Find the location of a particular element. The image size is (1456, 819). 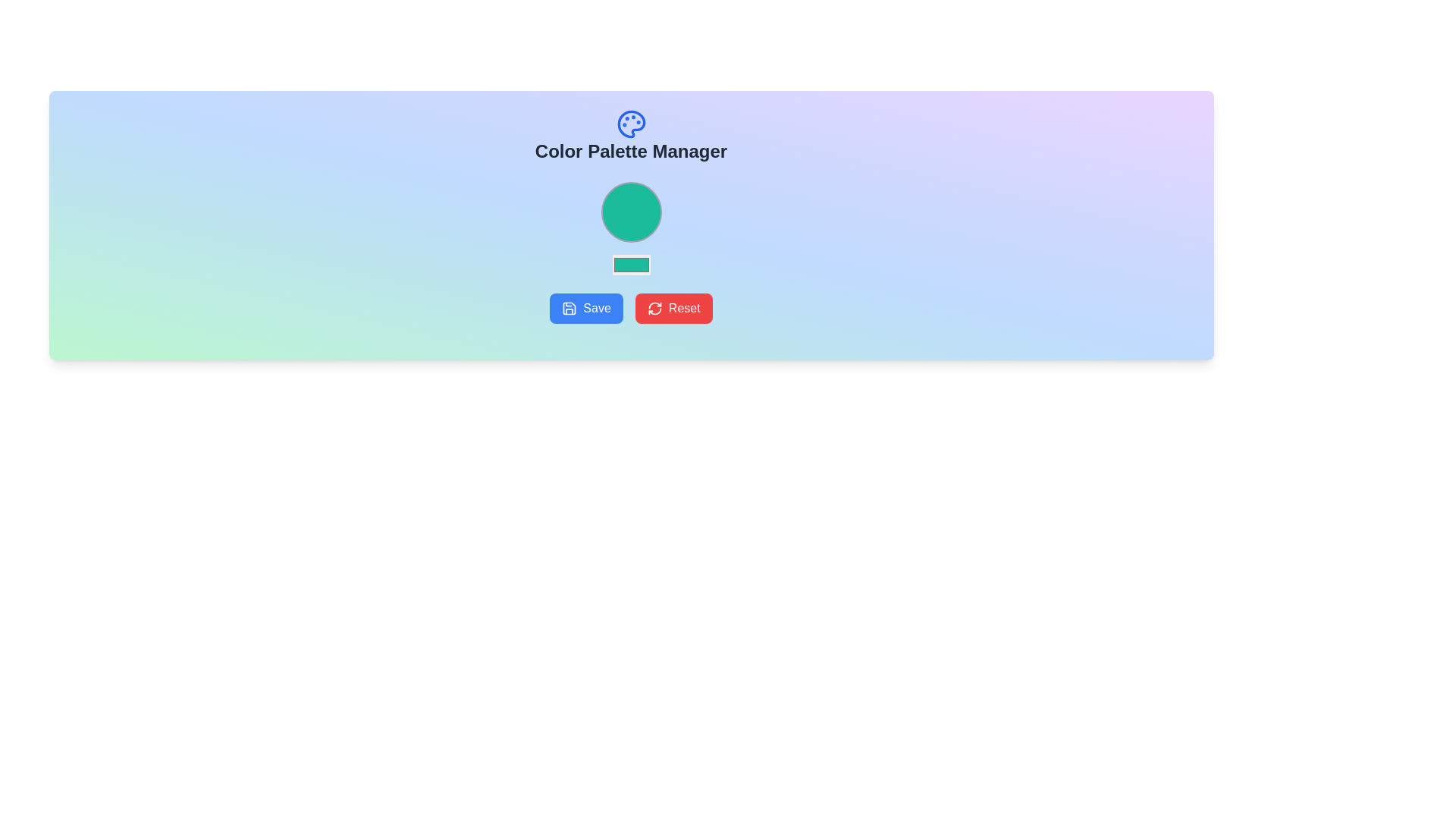

the refresh icon which is a circular arrow motif in white on a red background, located inside the red 'Reset' button next to the 'Reset' label is located at coordinates (654, 308).